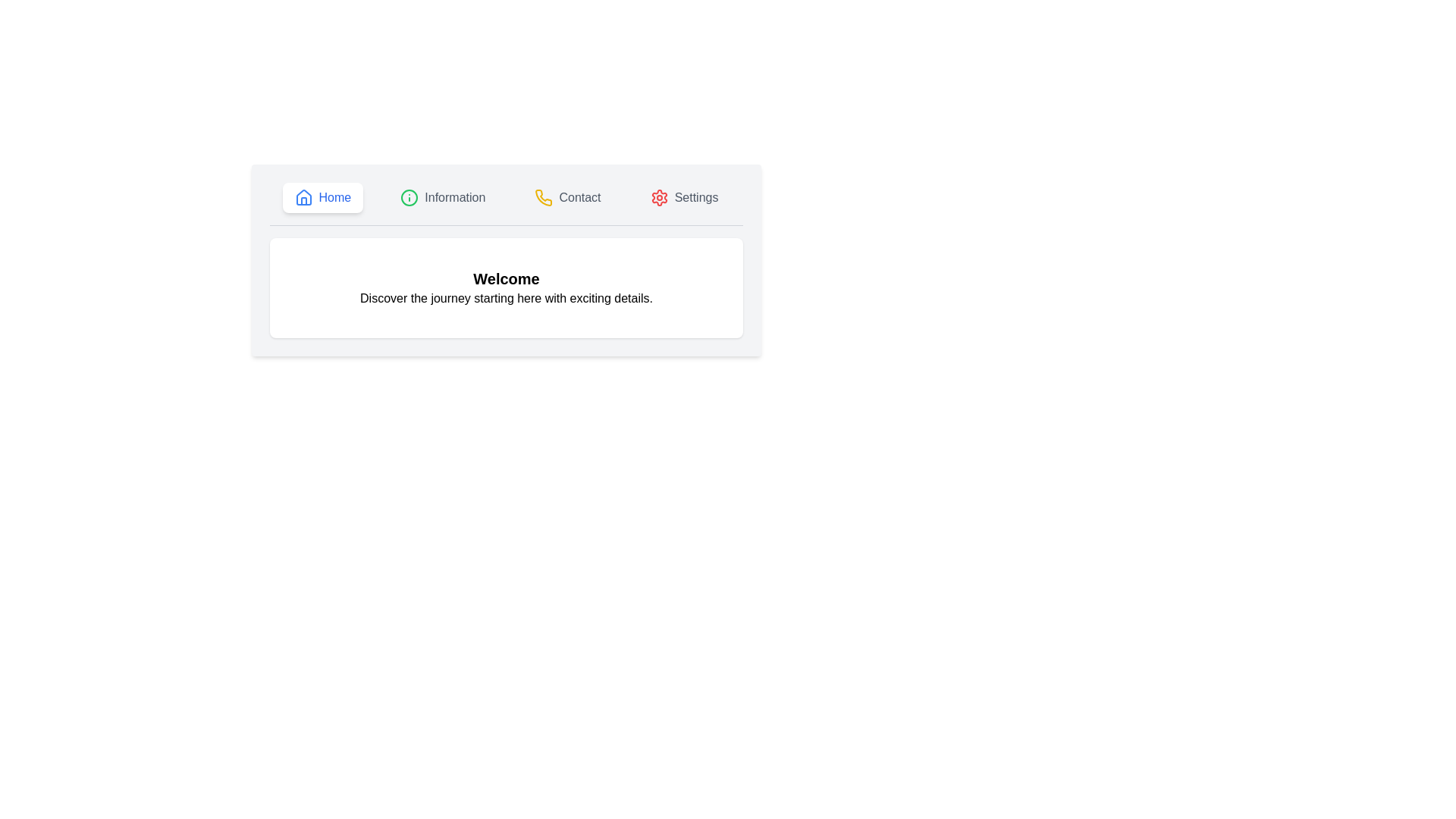 The width and height of the screenshot is (1456, 819). What do you see at coordinates (659, 197) in the screenshot?
I see `the clickable icon` at bounding box center [659, 197].